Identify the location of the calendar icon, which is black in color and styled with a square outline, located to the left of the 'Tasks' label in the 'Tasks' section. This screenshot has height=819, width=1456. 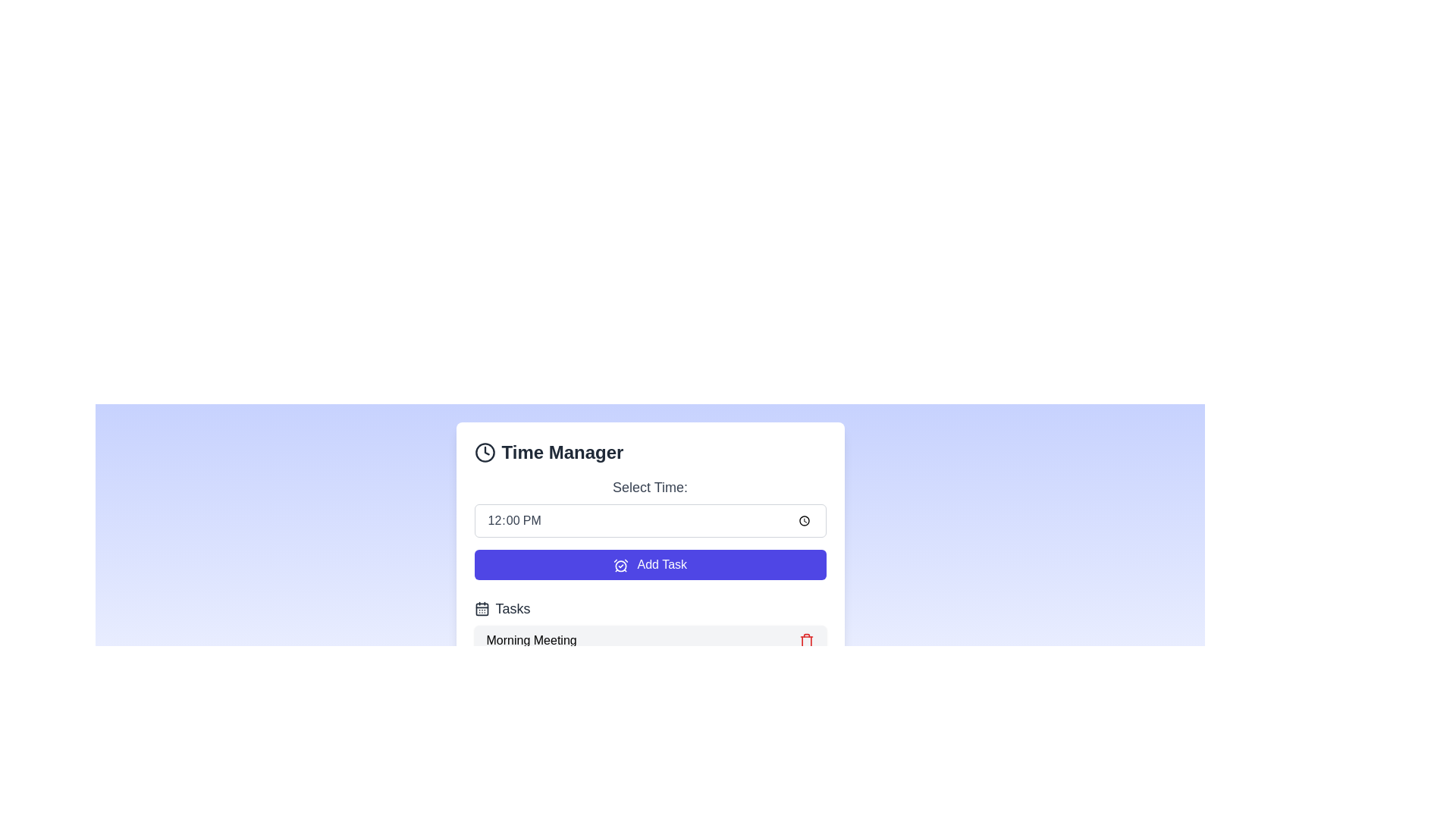
(481, 607).